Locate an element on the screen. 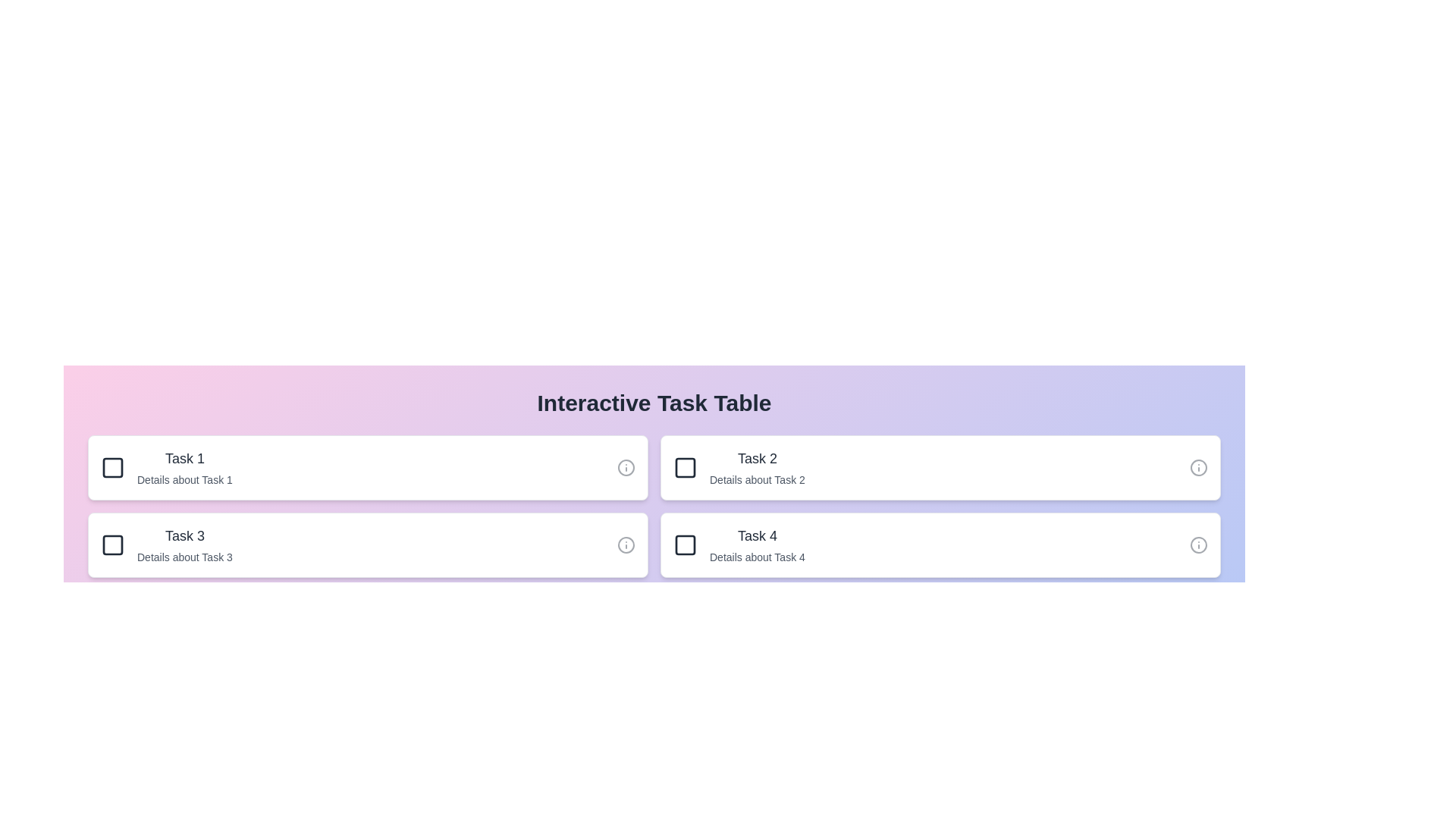 The height and width of the screenshot is (819, 1456). the information icon for task 4 to view its details is located at coordinates (1197, 544).